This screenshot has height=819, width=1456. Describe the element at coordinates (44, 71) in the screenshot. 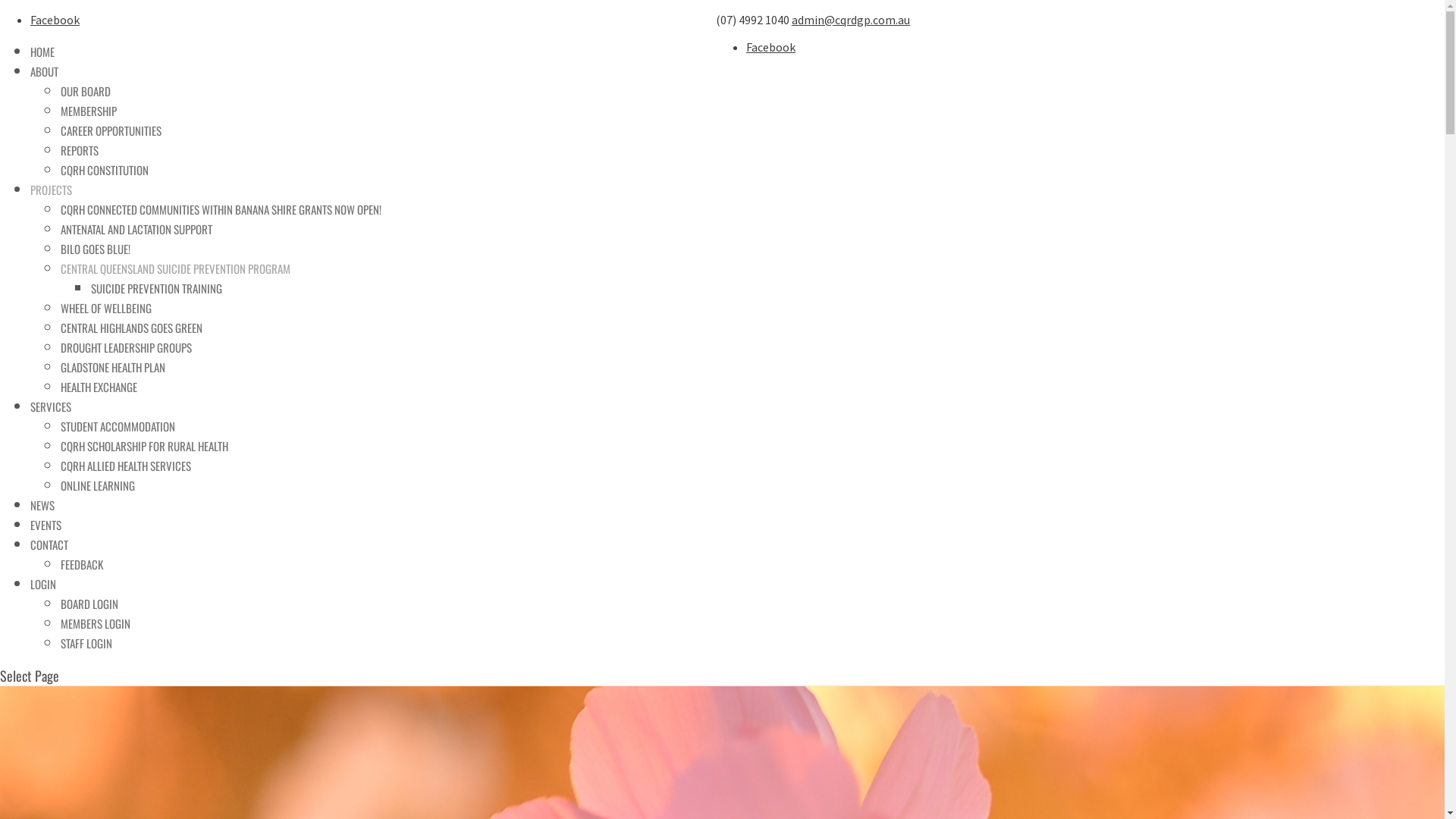

I see `'ABOUT'` at that location.